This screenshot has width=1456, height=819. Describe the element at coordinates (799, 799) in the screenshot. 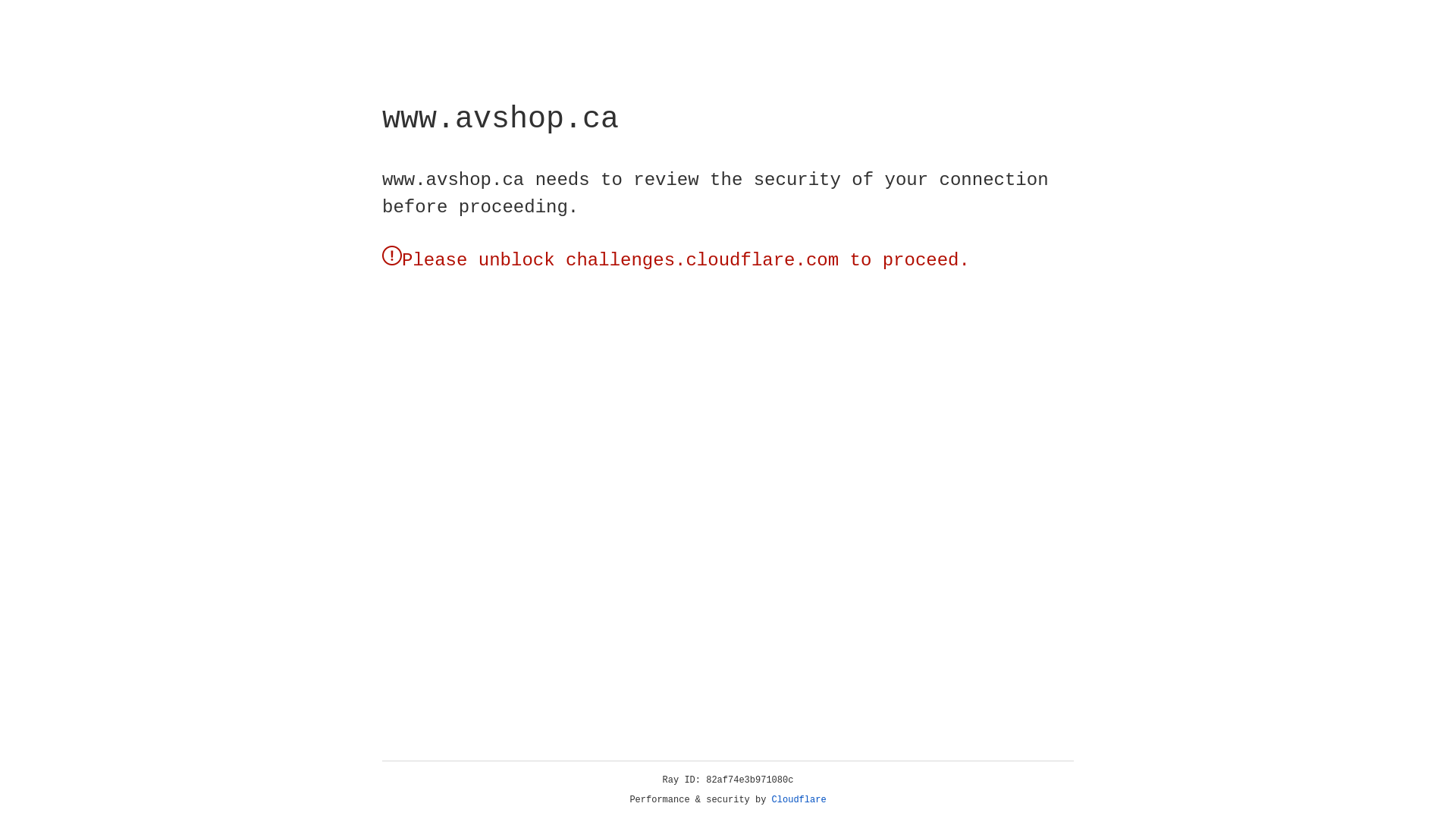

I see `'Cloudflare'` at that location.